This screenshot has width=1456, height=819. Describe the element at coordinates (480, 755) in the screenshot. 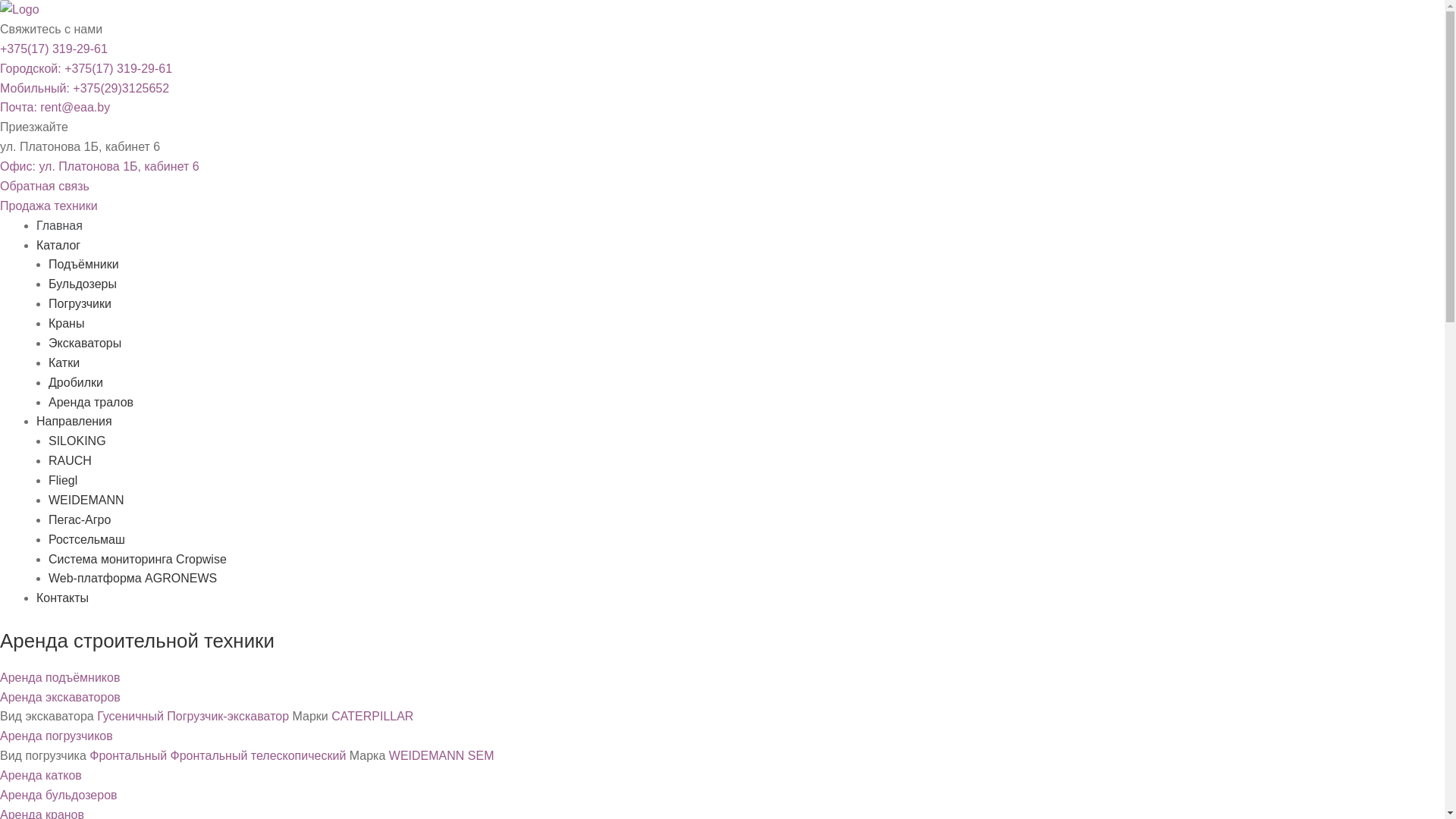

I see `'SEM'` at that location.